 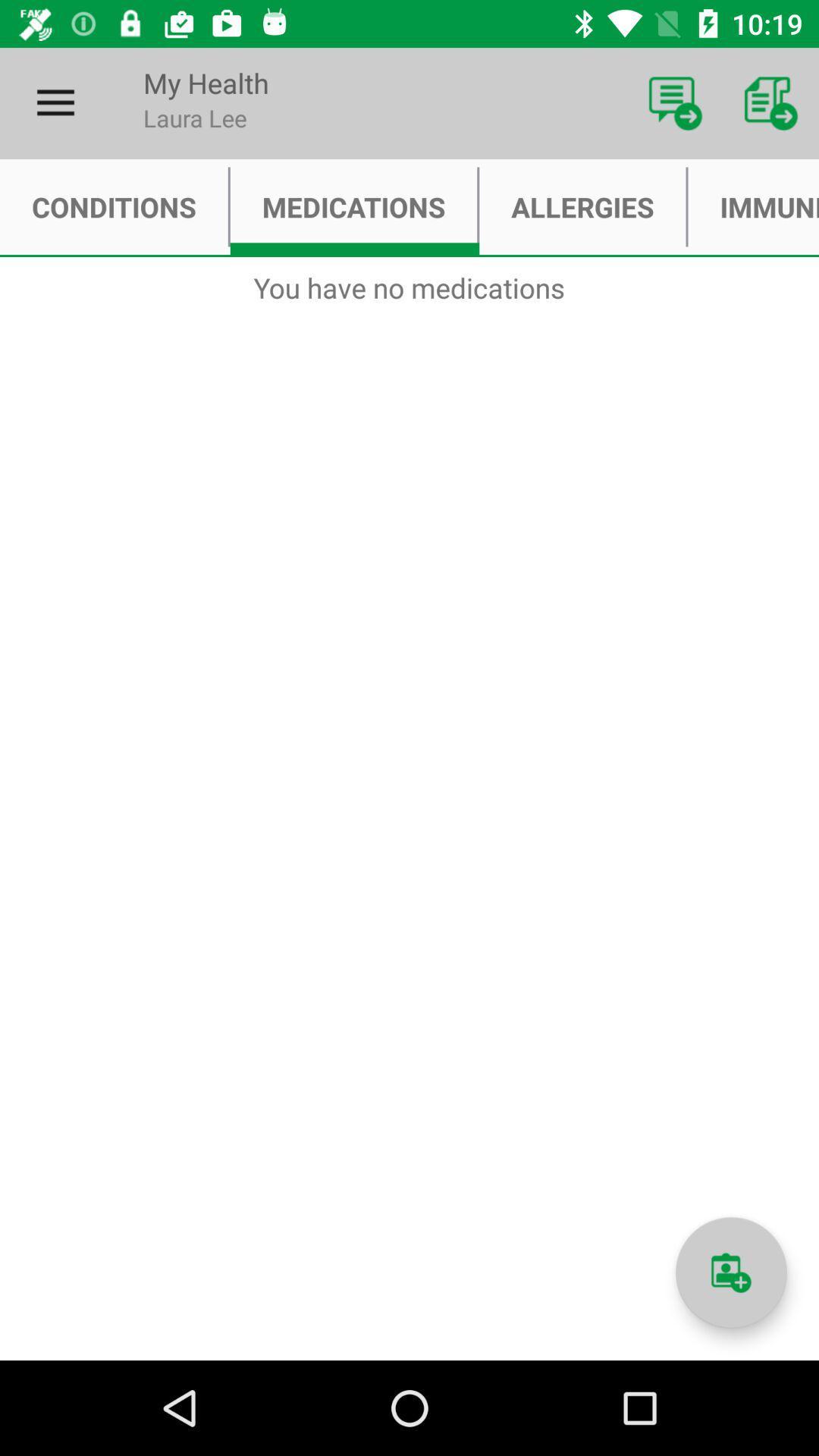 What do you see at coordinates (730, 1272) in the screenshot?
I see `item at the bottom right corner` at bounding box center [730, 1272].